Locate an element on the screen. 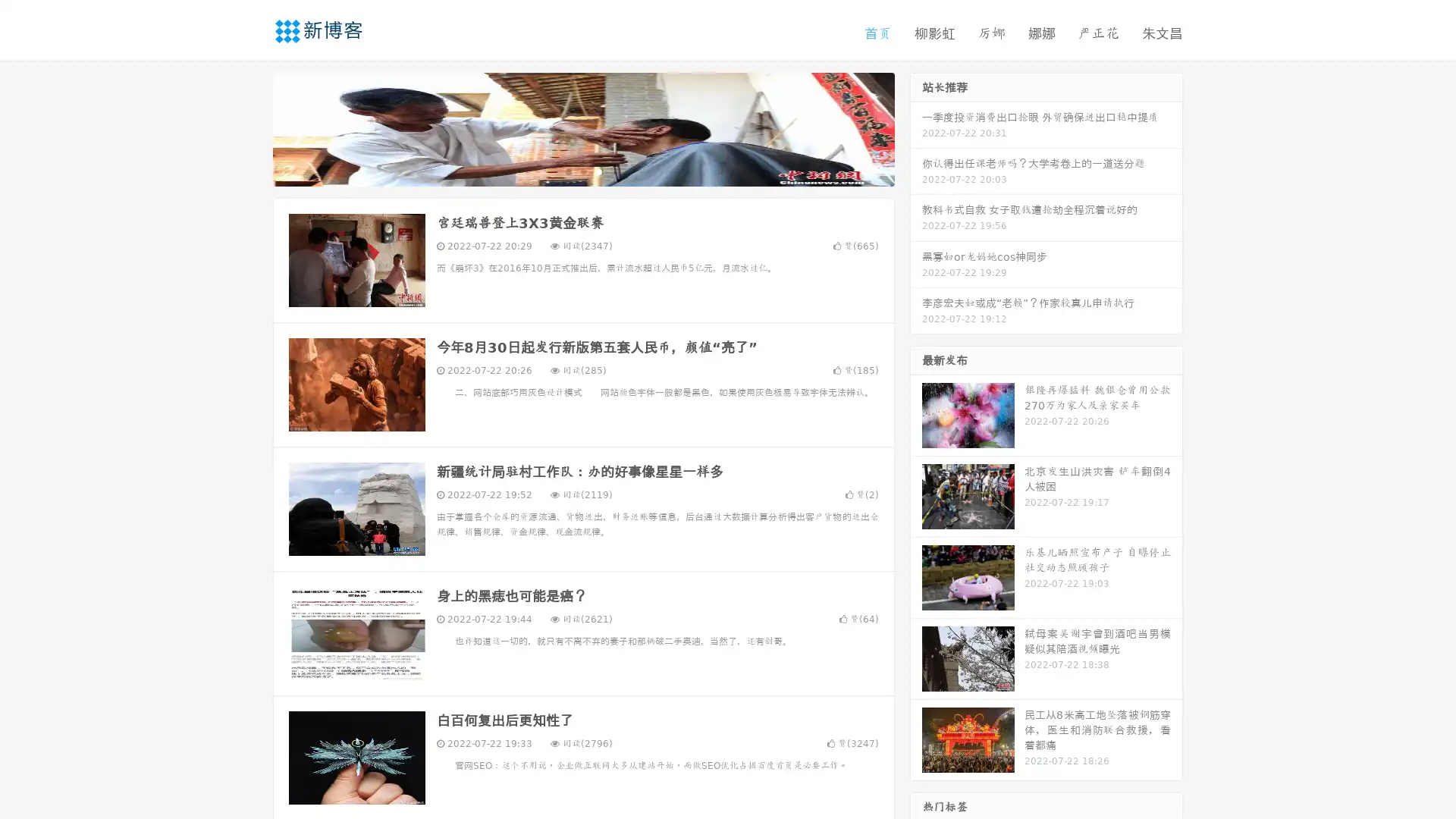 The image size is (1456, 819). Go to slide 1 is located at coordinates (567, 171).